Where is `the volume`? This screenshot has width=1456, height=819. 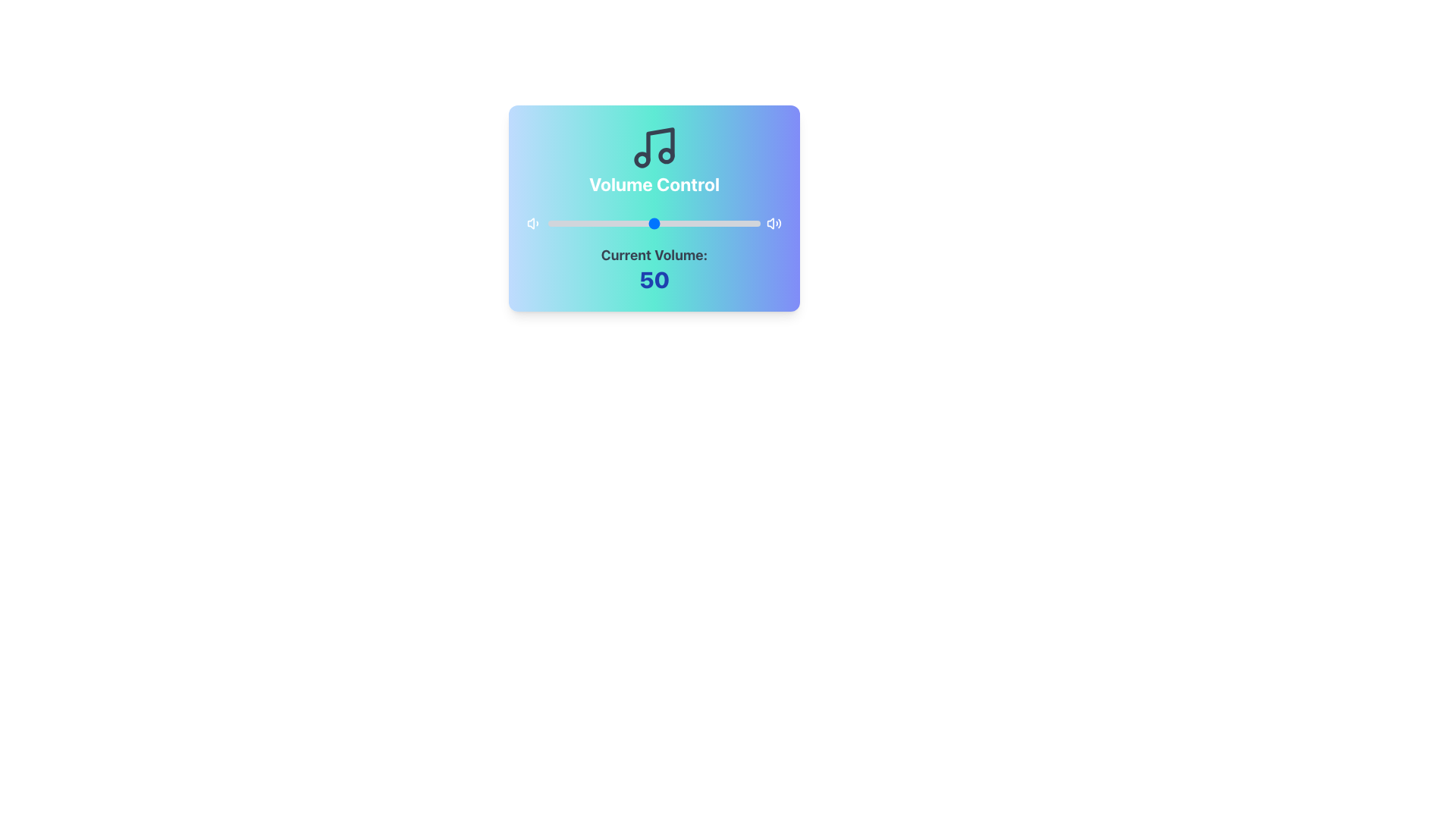 the volume is located at coordinates (730, 223).